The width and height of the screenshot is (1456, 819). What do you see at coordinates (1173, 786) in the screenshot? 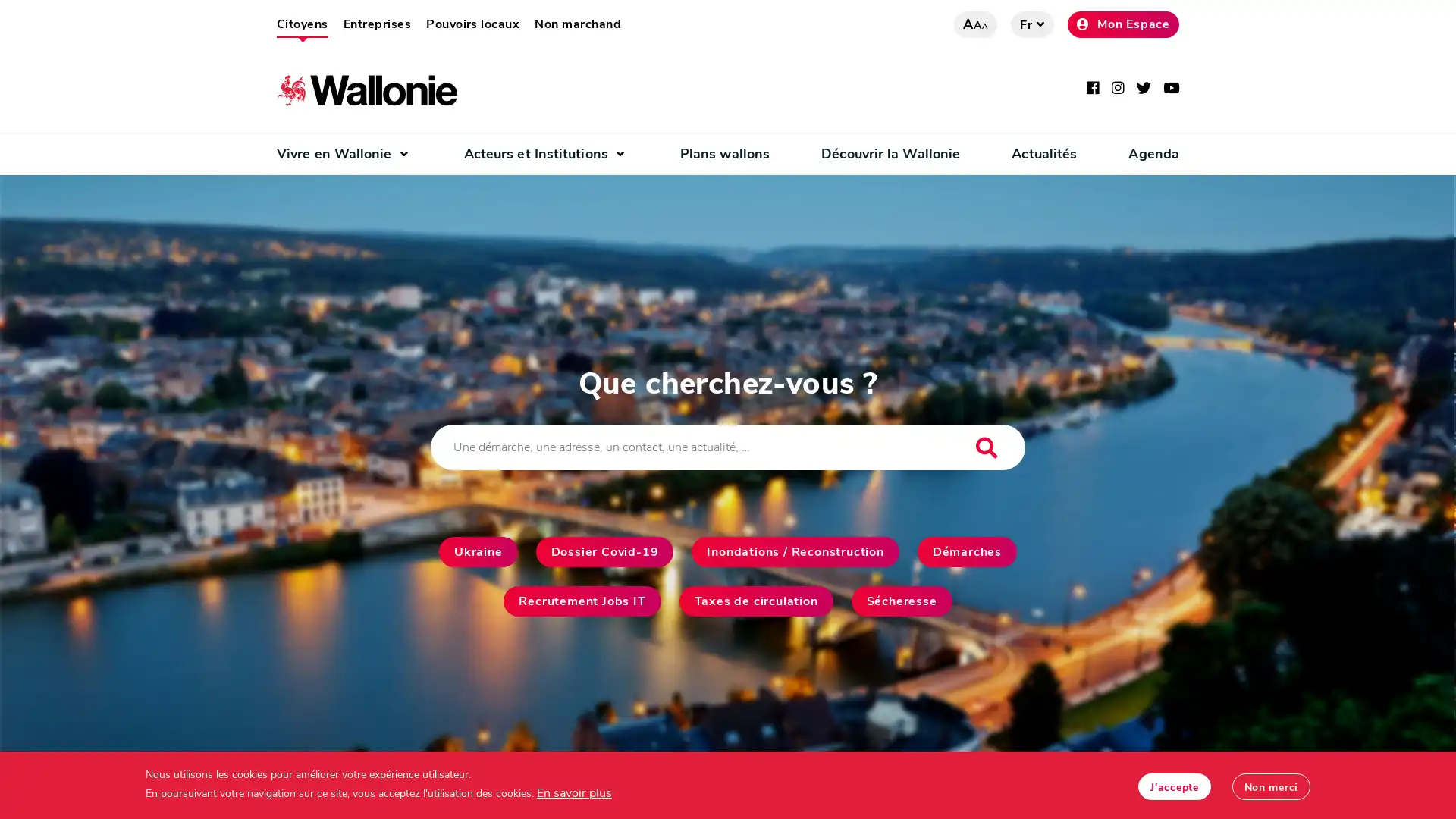
I see `J'accepte` at bounding box center [1173, 786].